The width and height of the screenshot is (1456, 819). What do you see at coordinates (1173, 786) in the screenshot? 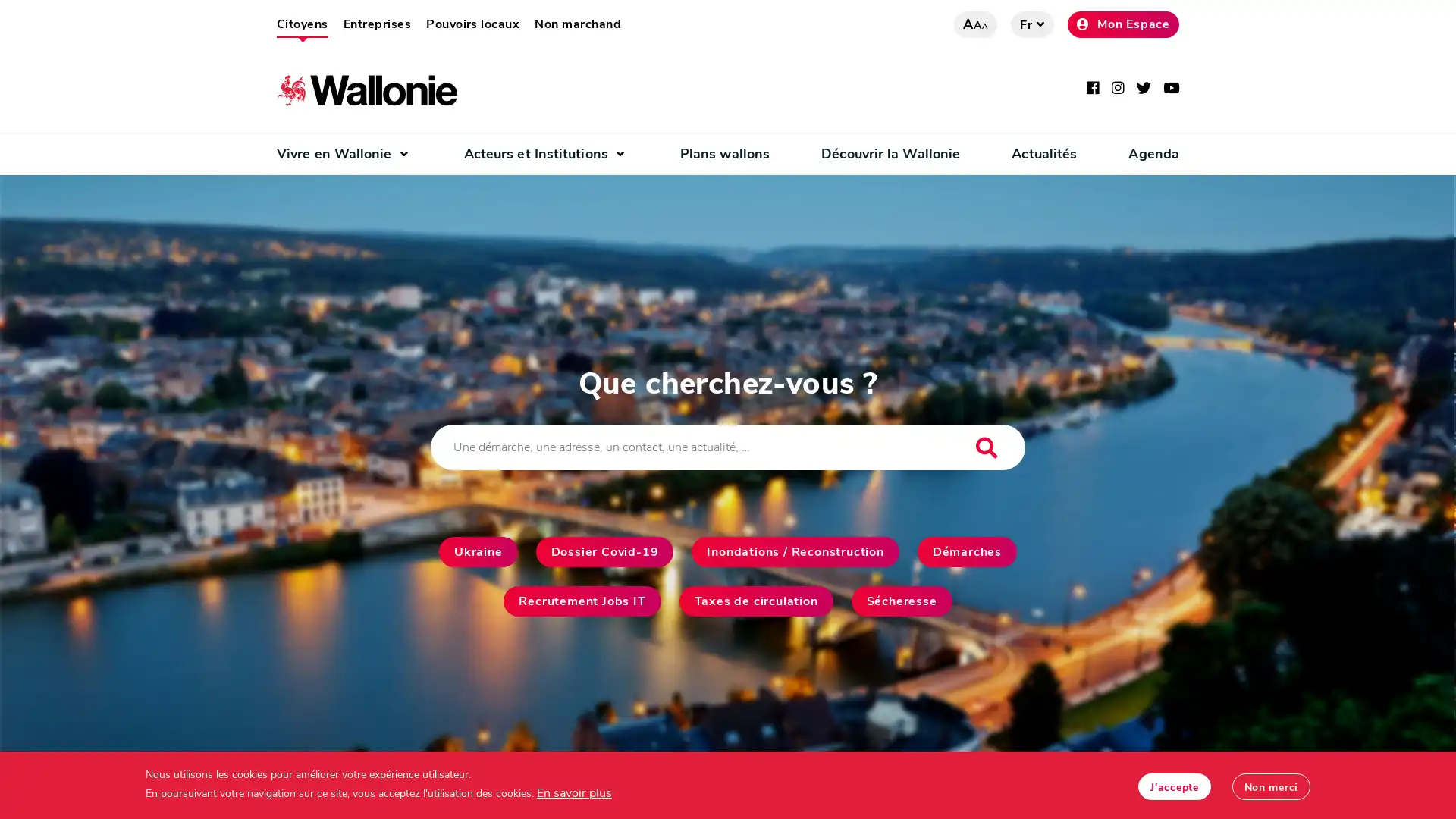
I see `J'accepte` at bounding box center [1173, 786].